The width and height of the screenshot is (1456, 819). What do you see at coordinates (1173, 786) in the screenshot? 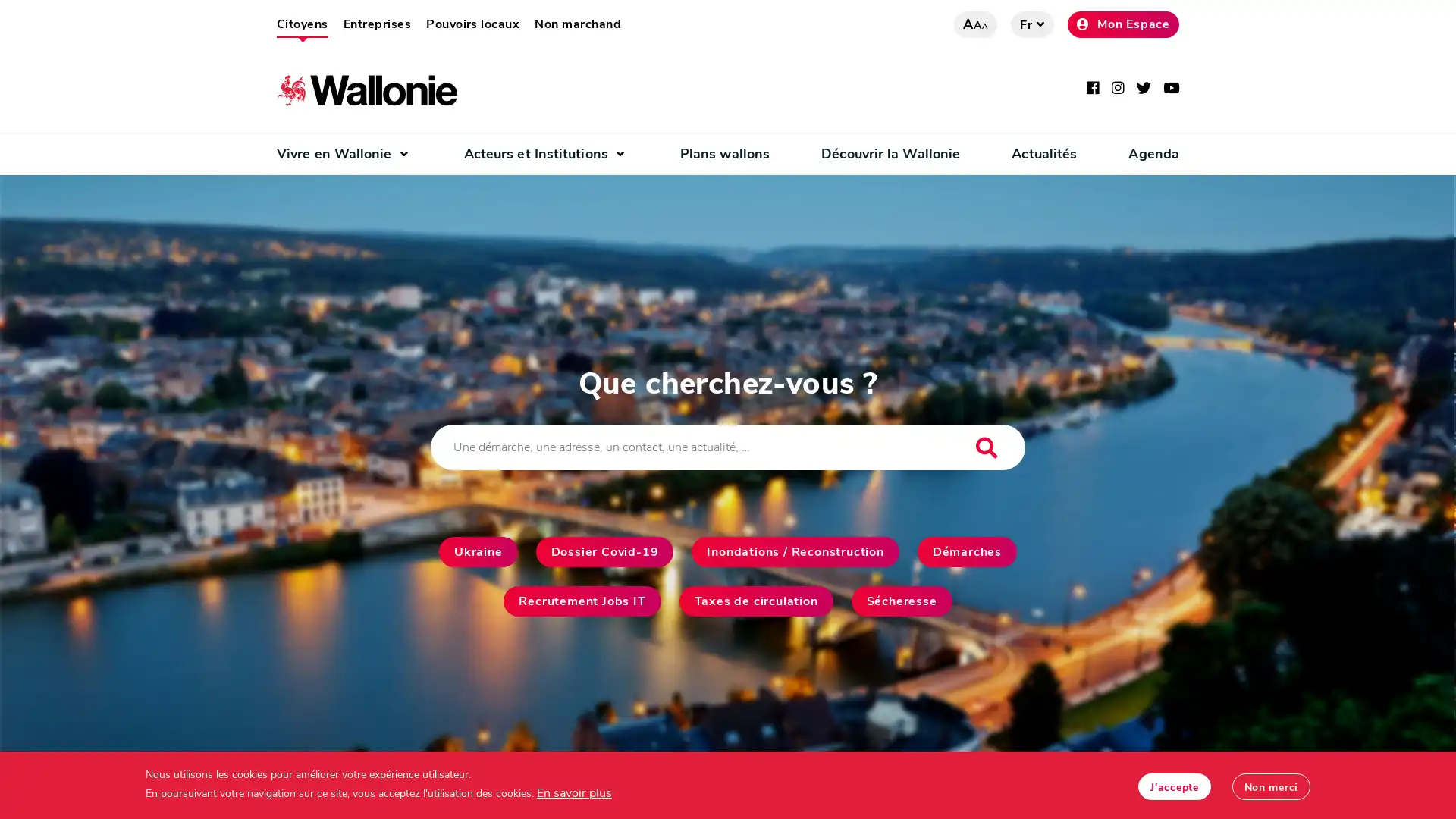
I see `J'accepte` at bounding box center [1173, 786].